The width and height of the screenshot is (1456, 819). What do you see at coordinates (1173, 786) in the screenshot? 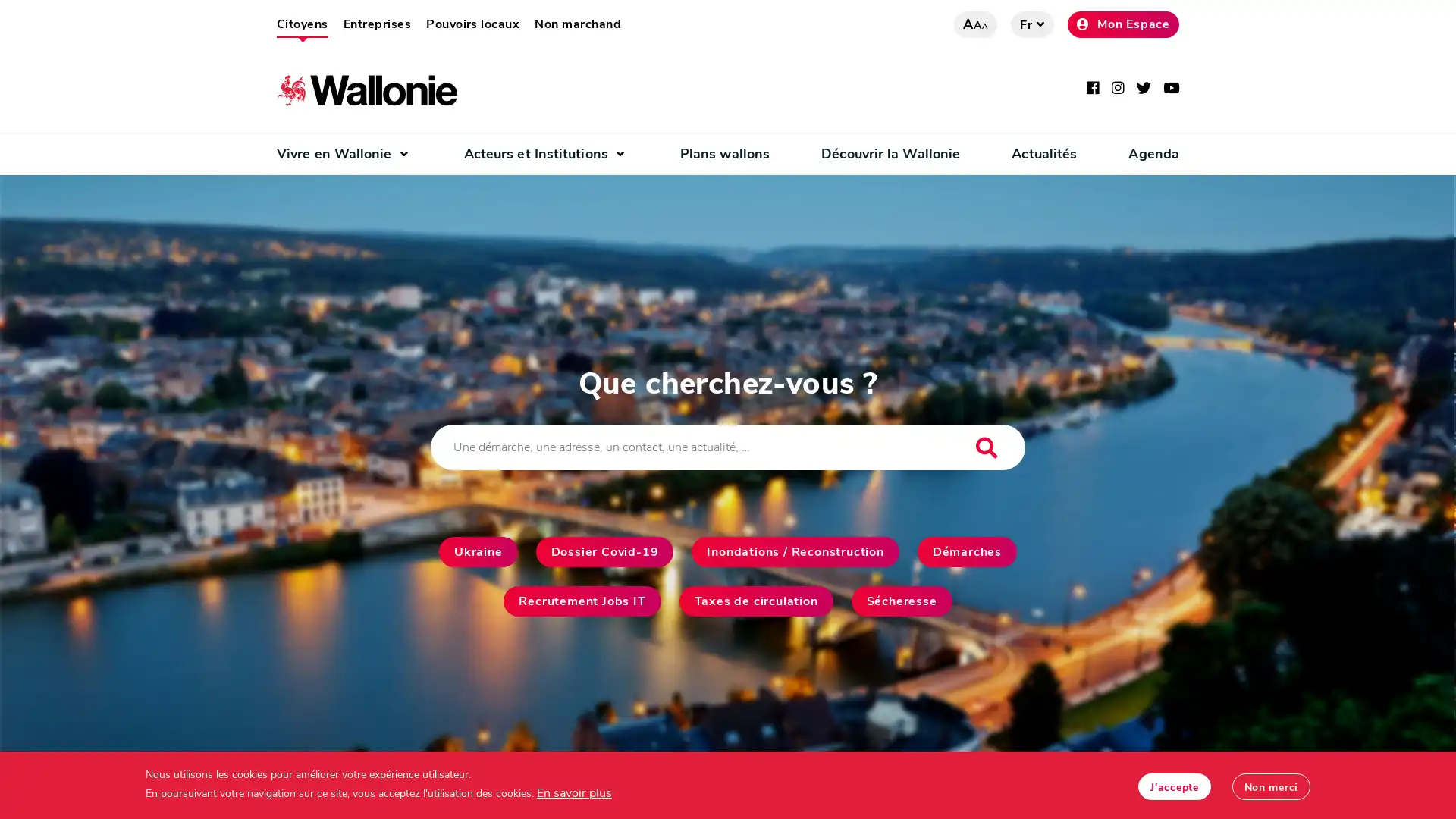
I see `J'accepte` at bounding box center [1173, 786].